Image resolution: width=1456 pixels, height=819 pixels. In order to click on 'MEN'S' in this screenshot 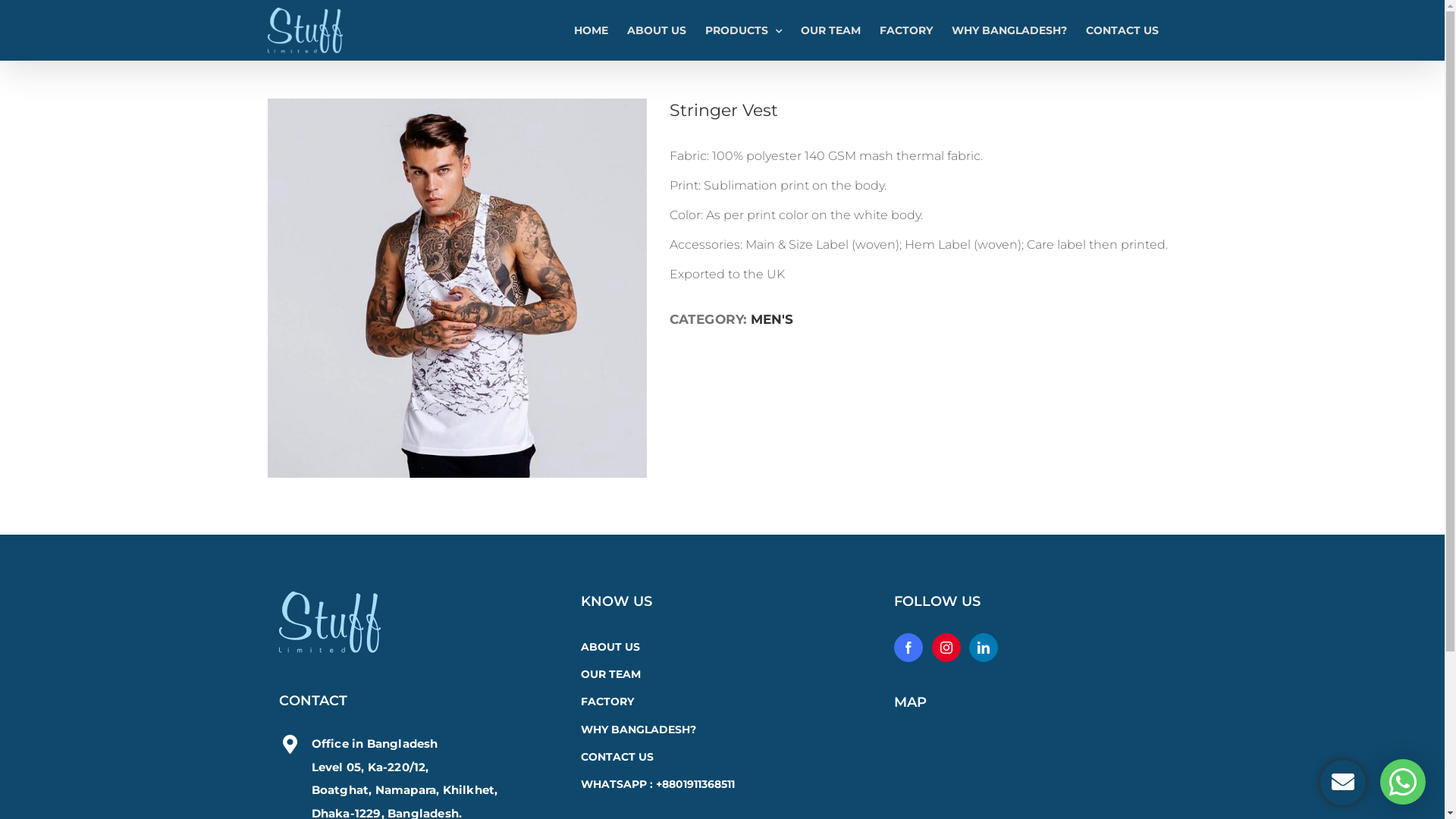, I will do `click(772, 318)`.